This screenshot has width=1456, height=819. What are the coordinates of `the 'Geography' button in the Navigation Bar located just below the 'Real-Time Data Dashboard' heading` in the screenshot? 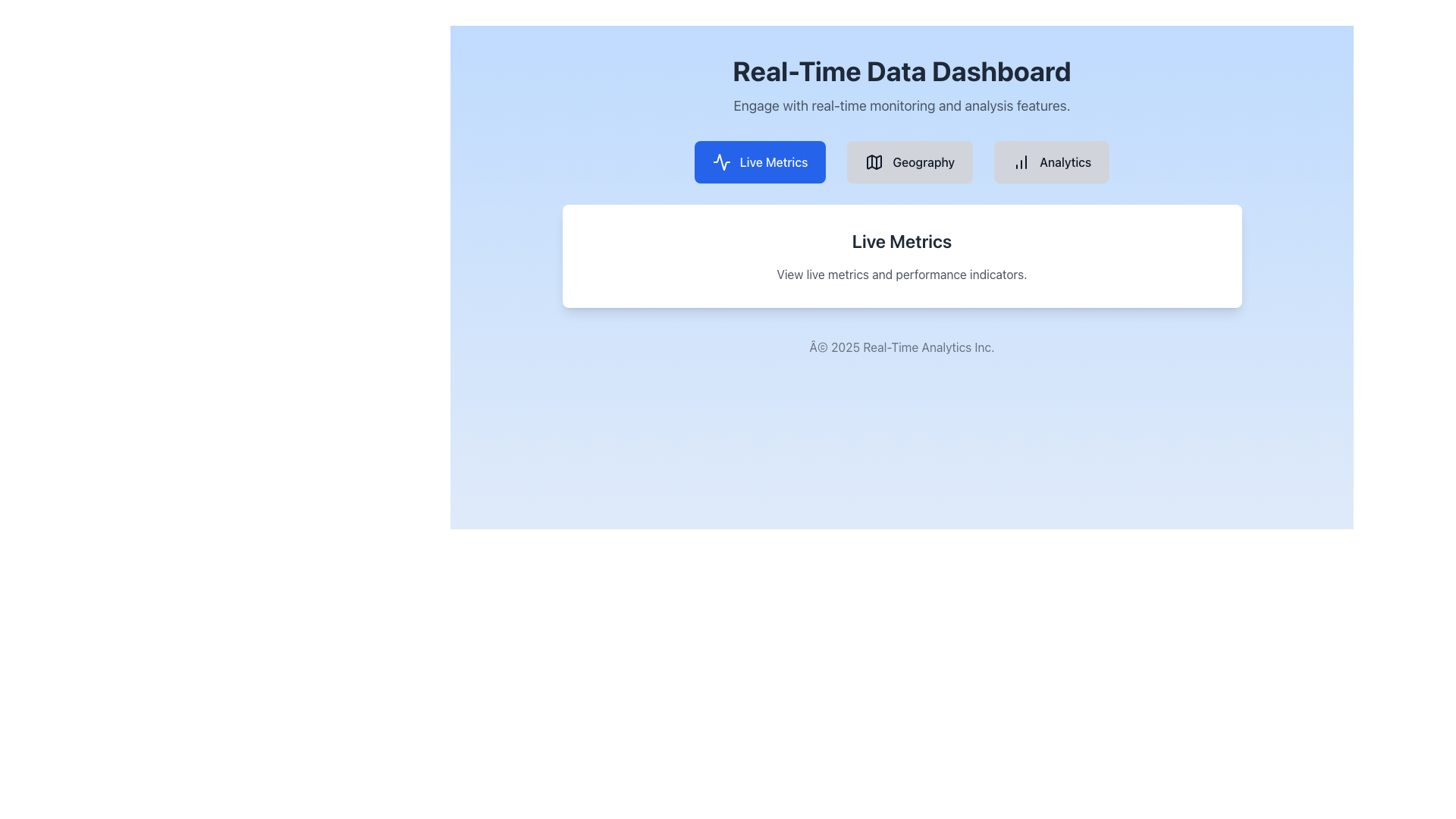 It's located at (902, 162).